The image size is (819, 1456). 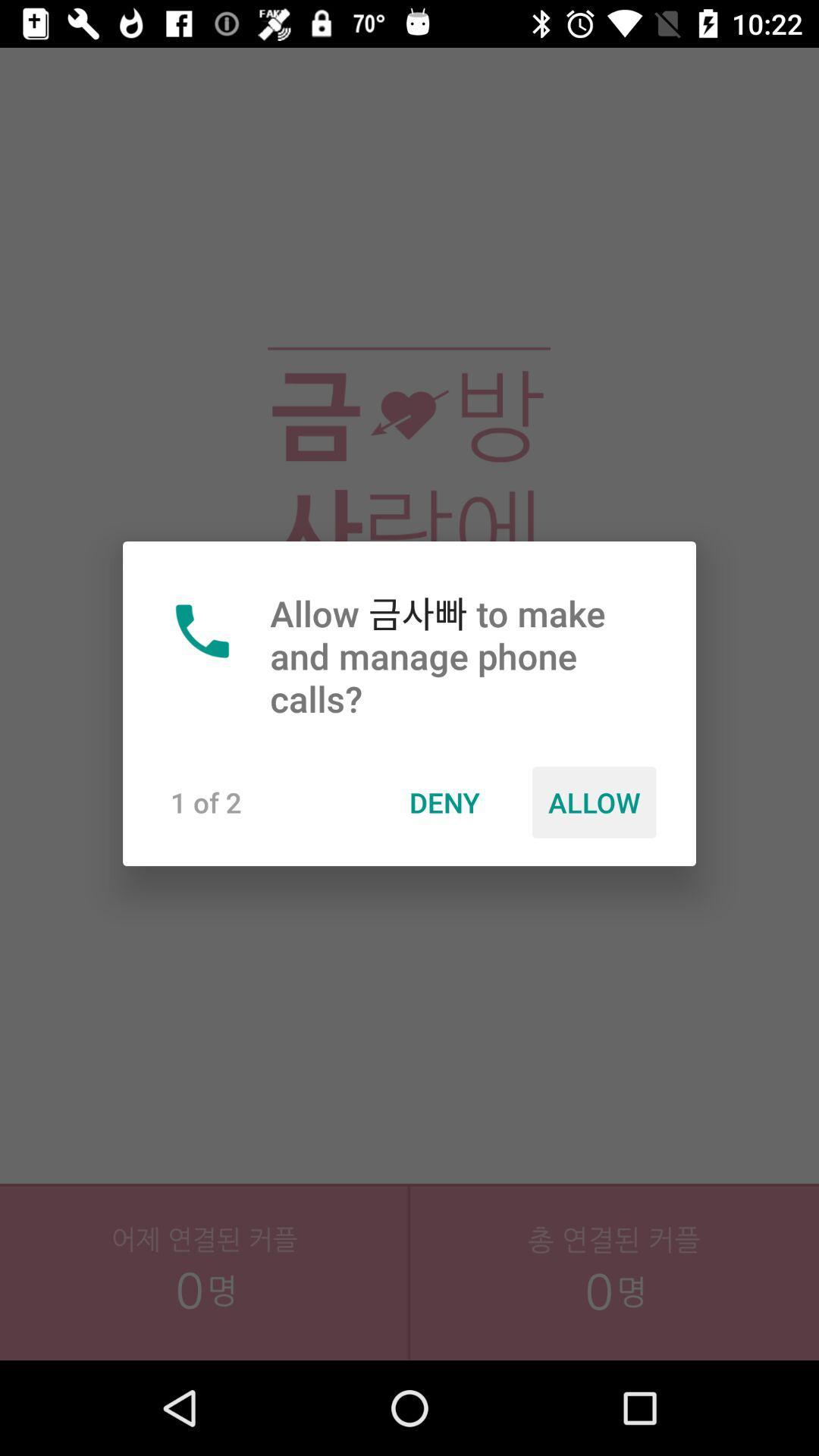 What do you see at coordinates (205, 1304) in the screenshot?
I see `icon at the bottom left corner` at bounding box center [205, 1304].